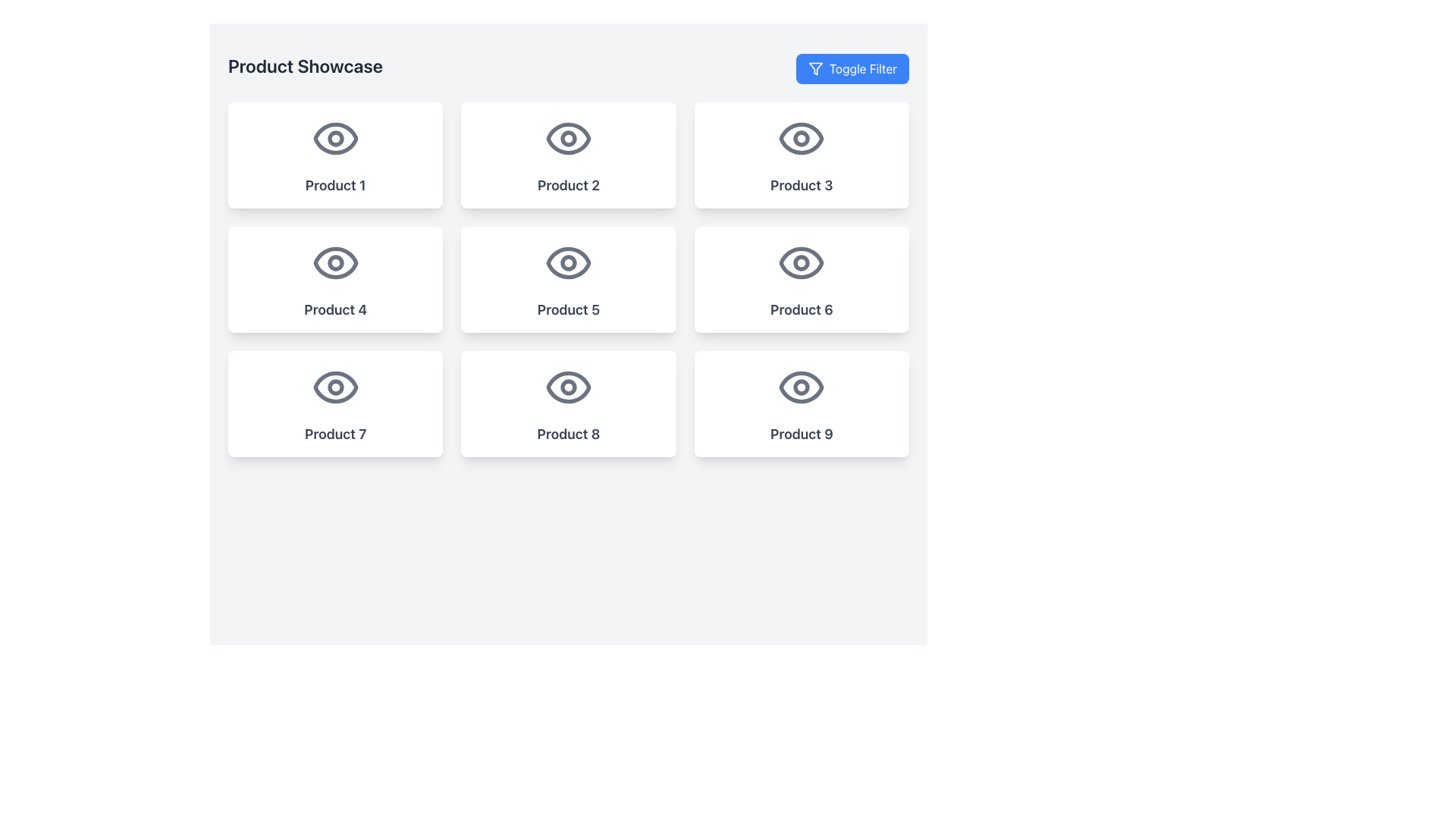 The image size is (1456, 819). What do you see at coordinates (567, 435) in the screenshot?
I see `the text label displaying 'Product 8' located in the bottom central card of a 3x3 grid layout, specifically the second card in the last row, which is below an eye-shaped icon and centrally aligned within its card` at bounding box center [567, 435].